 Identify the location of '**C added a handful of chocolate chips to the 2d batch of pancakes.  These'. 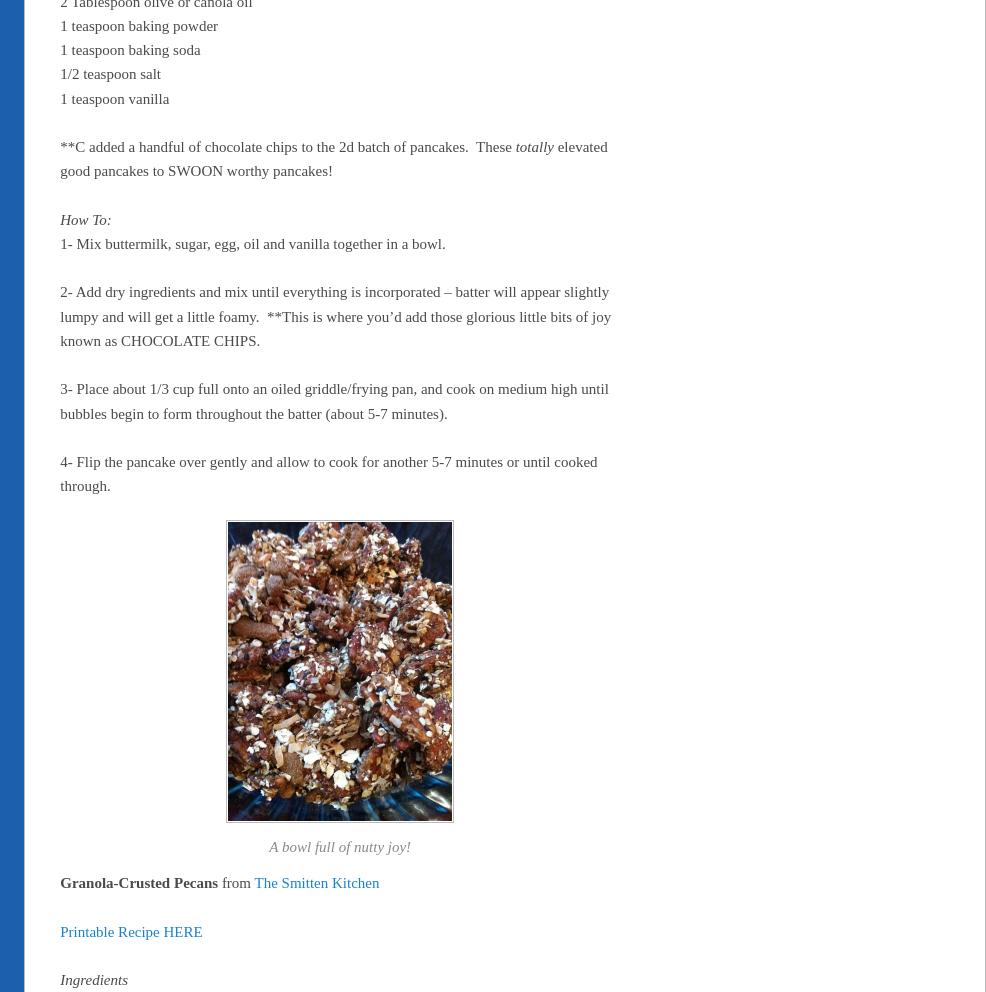
(287, 147).